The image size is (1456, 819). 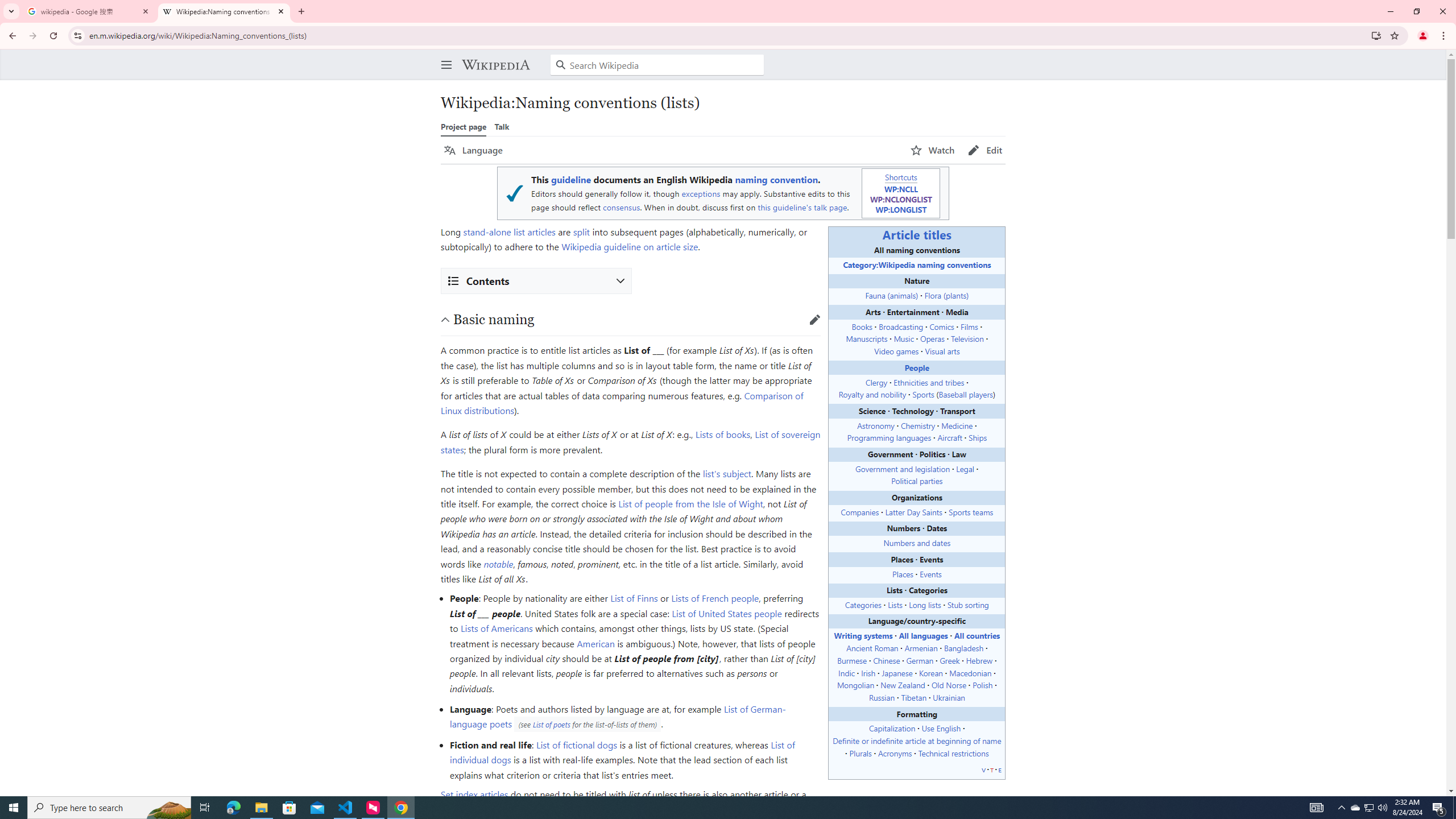 What do you see at coordinates (946, 295) in the screenshot?
I see `'Flora (plants)'` at bounding box center [946, 295].